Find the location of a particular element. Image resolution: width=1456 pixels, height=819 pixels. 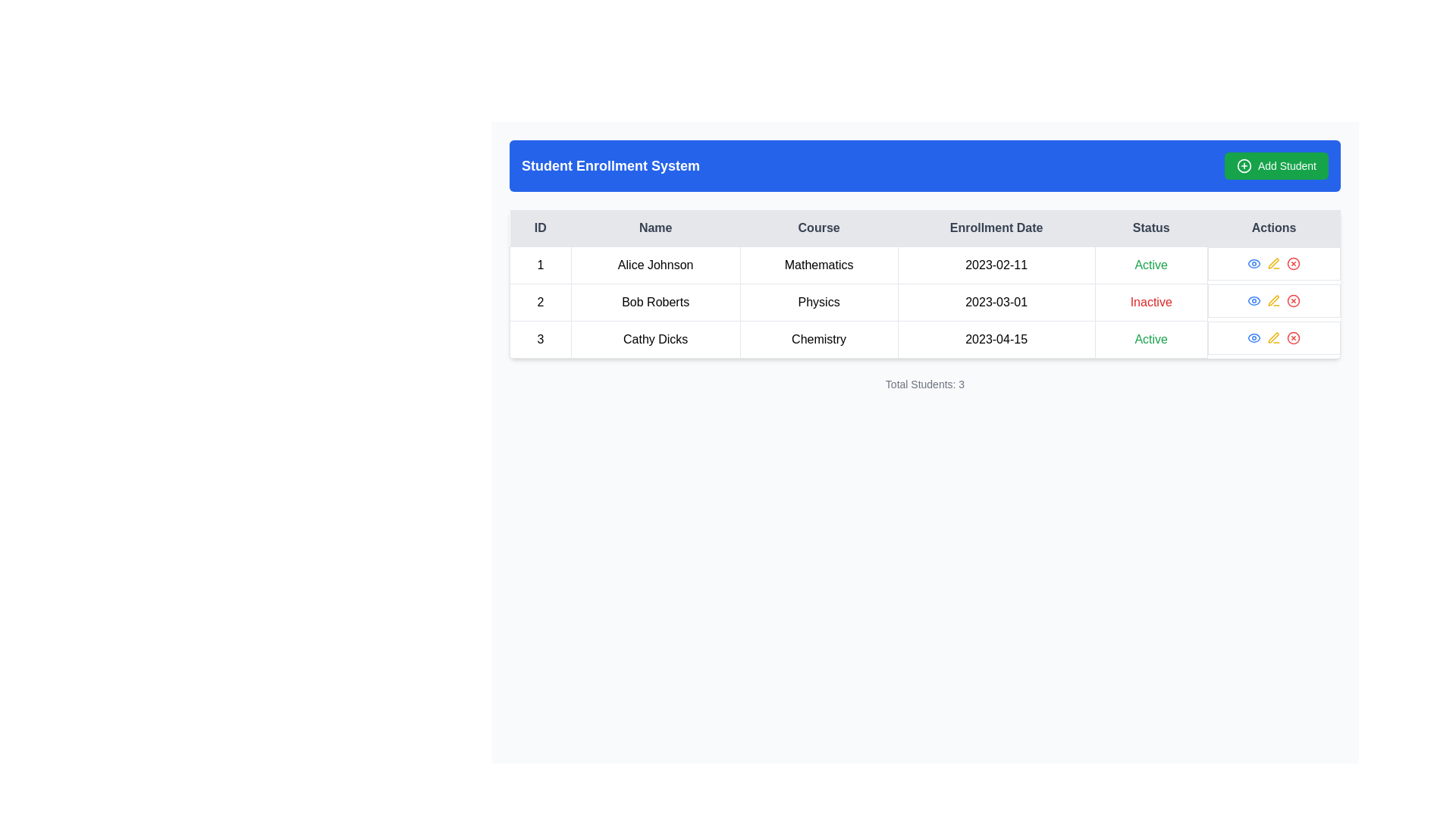

the delete button in the 'Actions' column of the third row in the table is located at coordinates (1293, 262).